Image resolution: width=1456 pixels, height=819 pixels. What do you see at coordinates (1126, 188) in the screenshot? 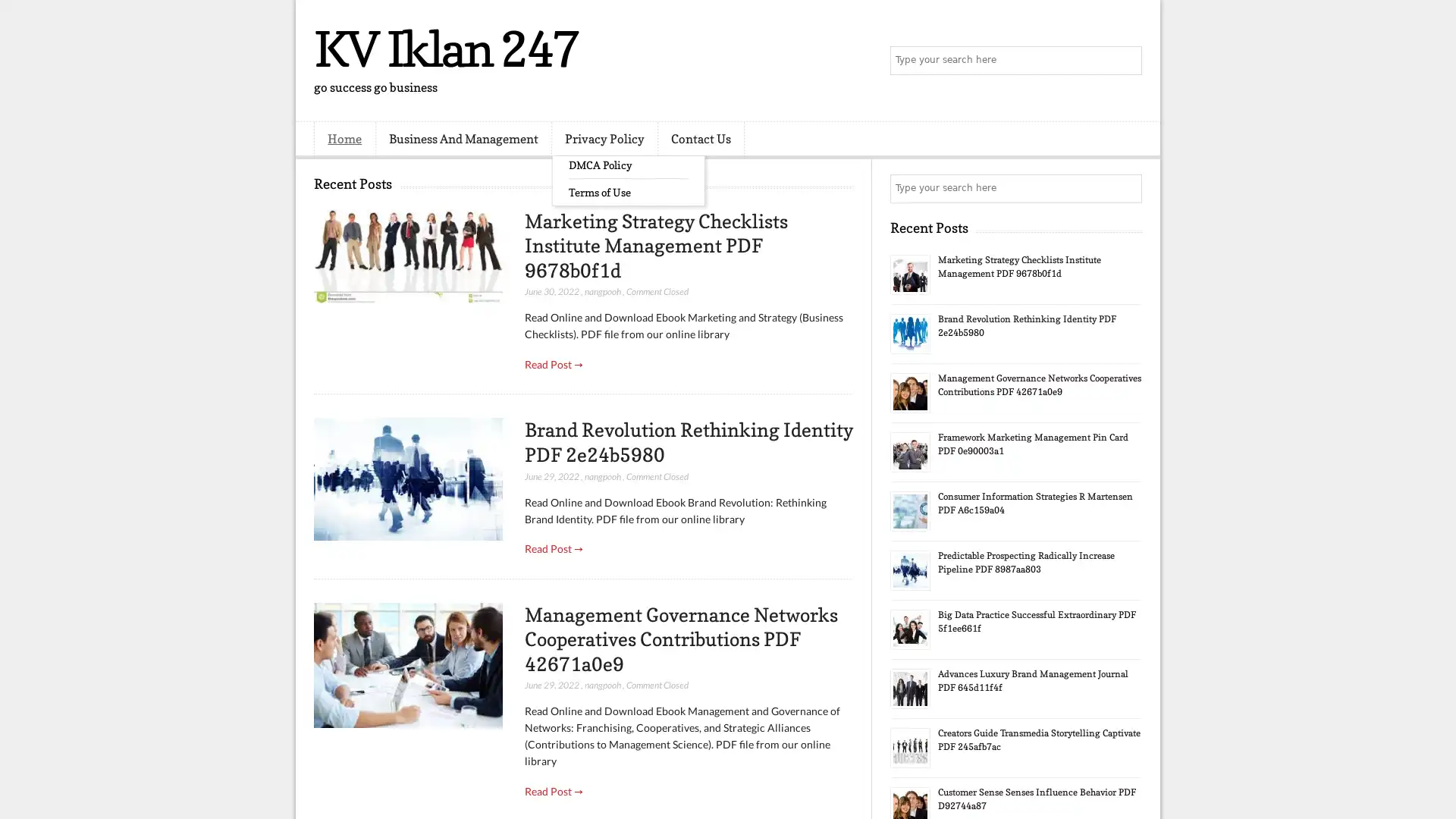
I see `Search` at bounding box center [1126, 188].